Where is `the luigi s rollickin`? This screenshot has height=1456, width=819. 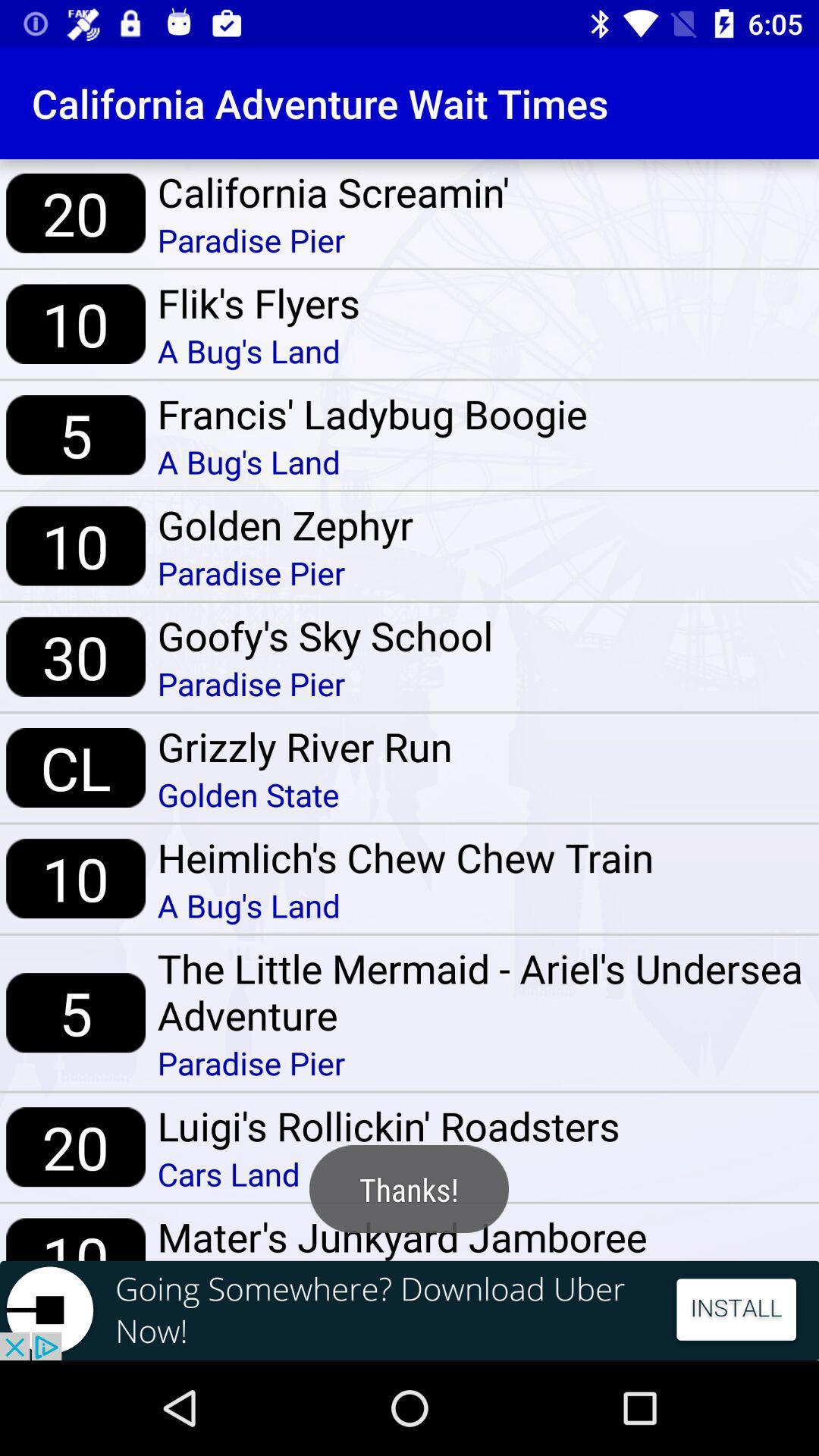 the luigi s rollickin is located at coordinates (388, 1125).